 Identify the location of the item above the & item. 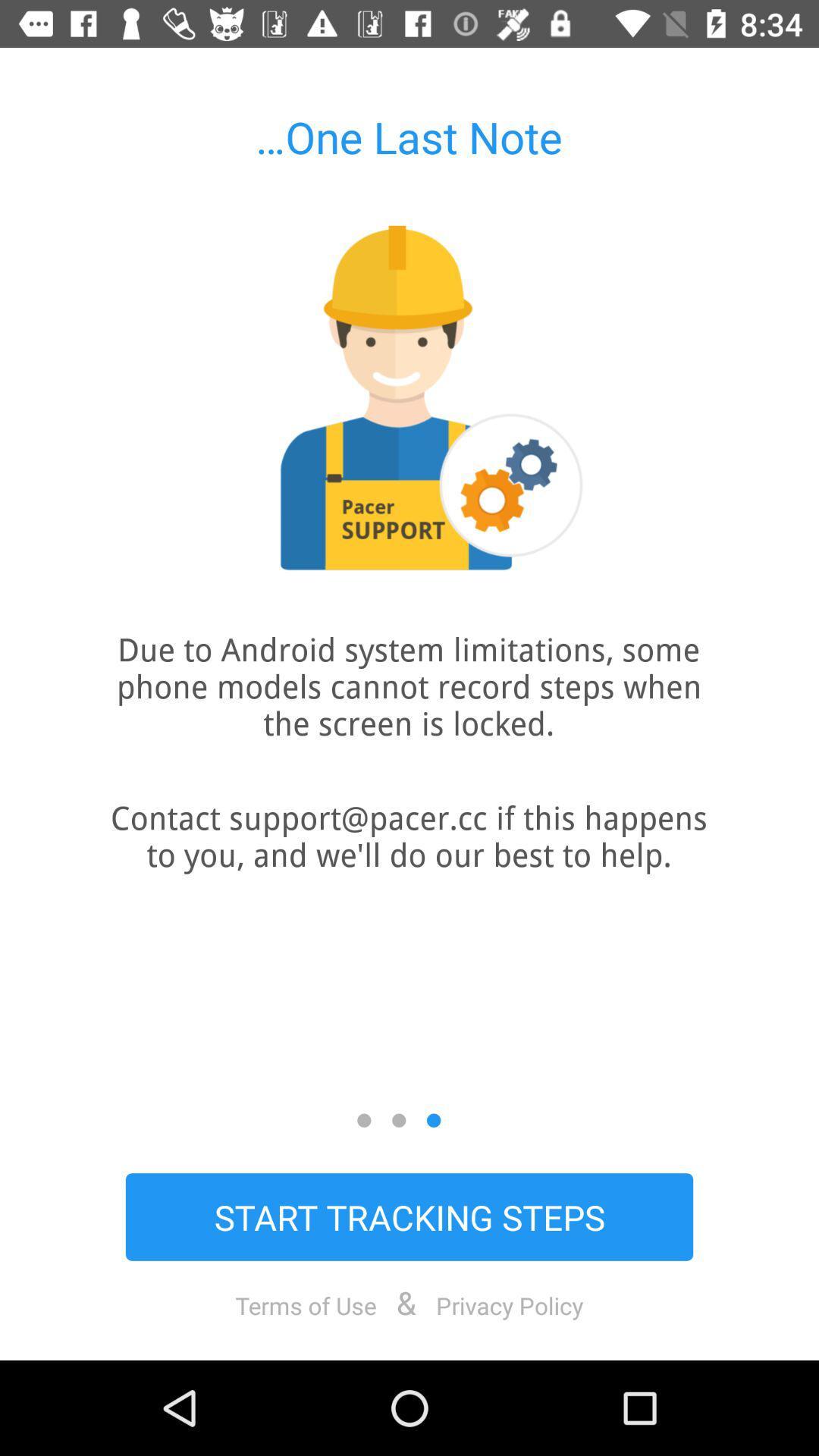
(409, 1216).